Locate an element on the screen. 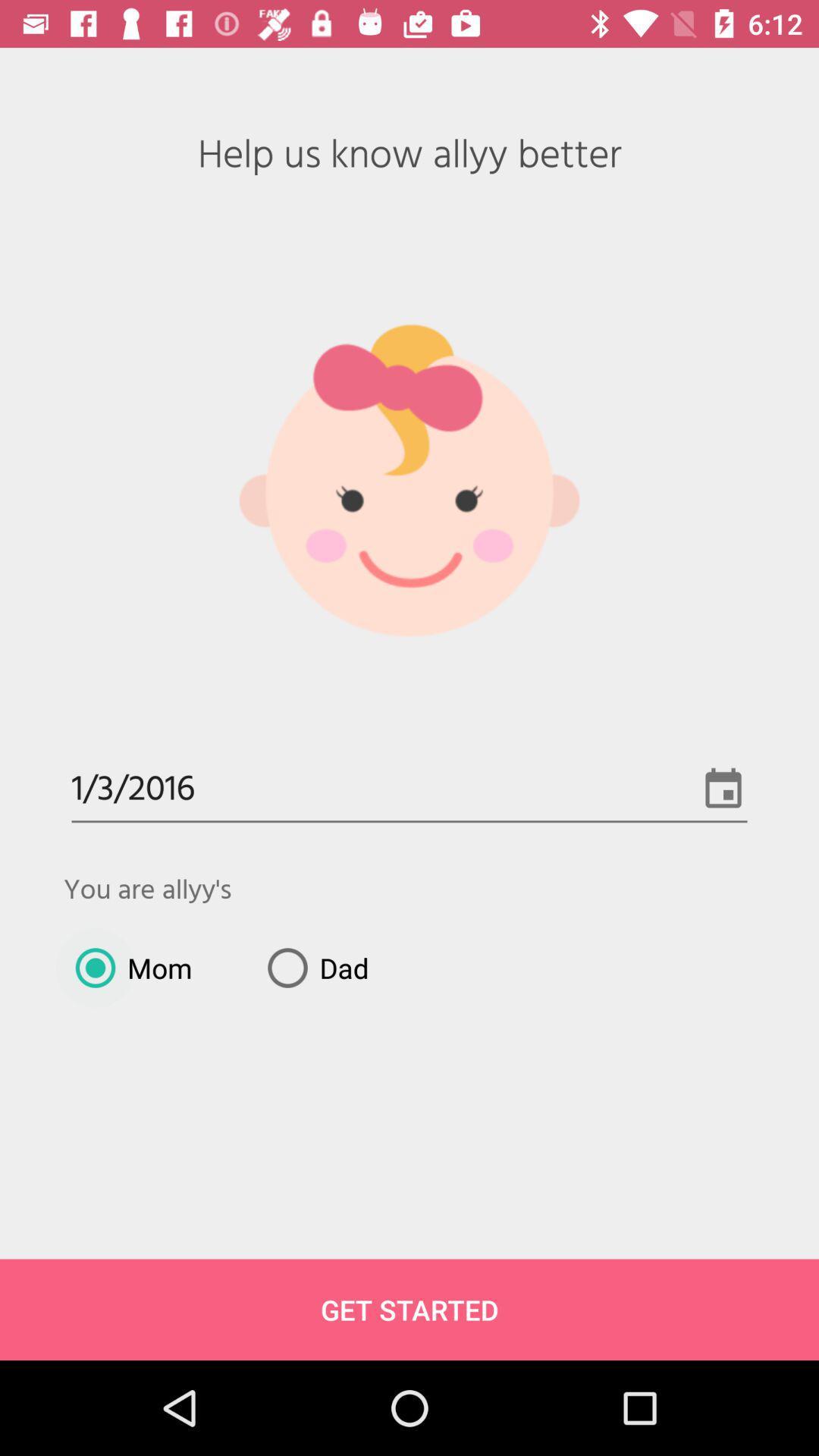  dad icon is located at coordinates (312, 967).